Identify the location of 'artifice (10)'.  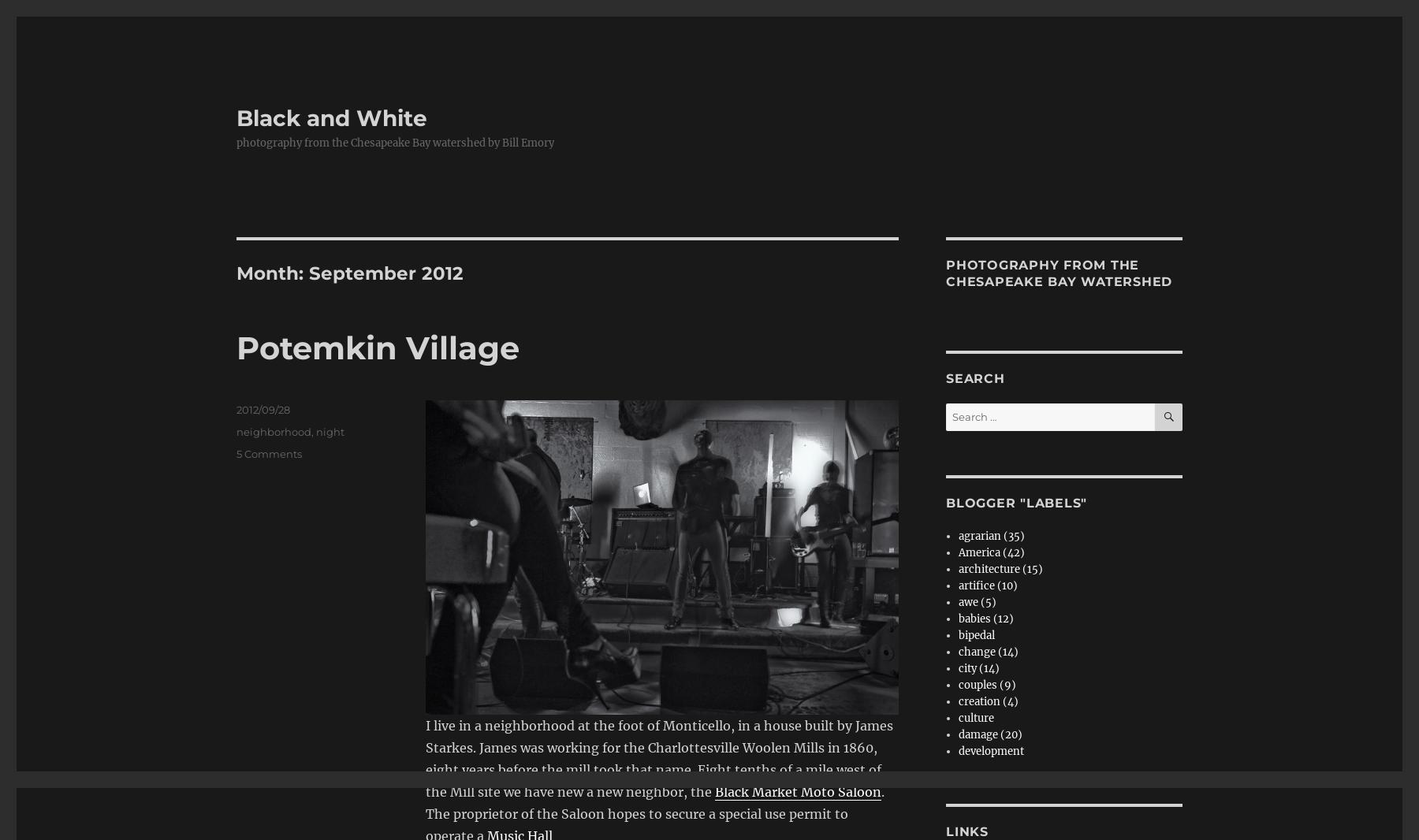
(988, 585).